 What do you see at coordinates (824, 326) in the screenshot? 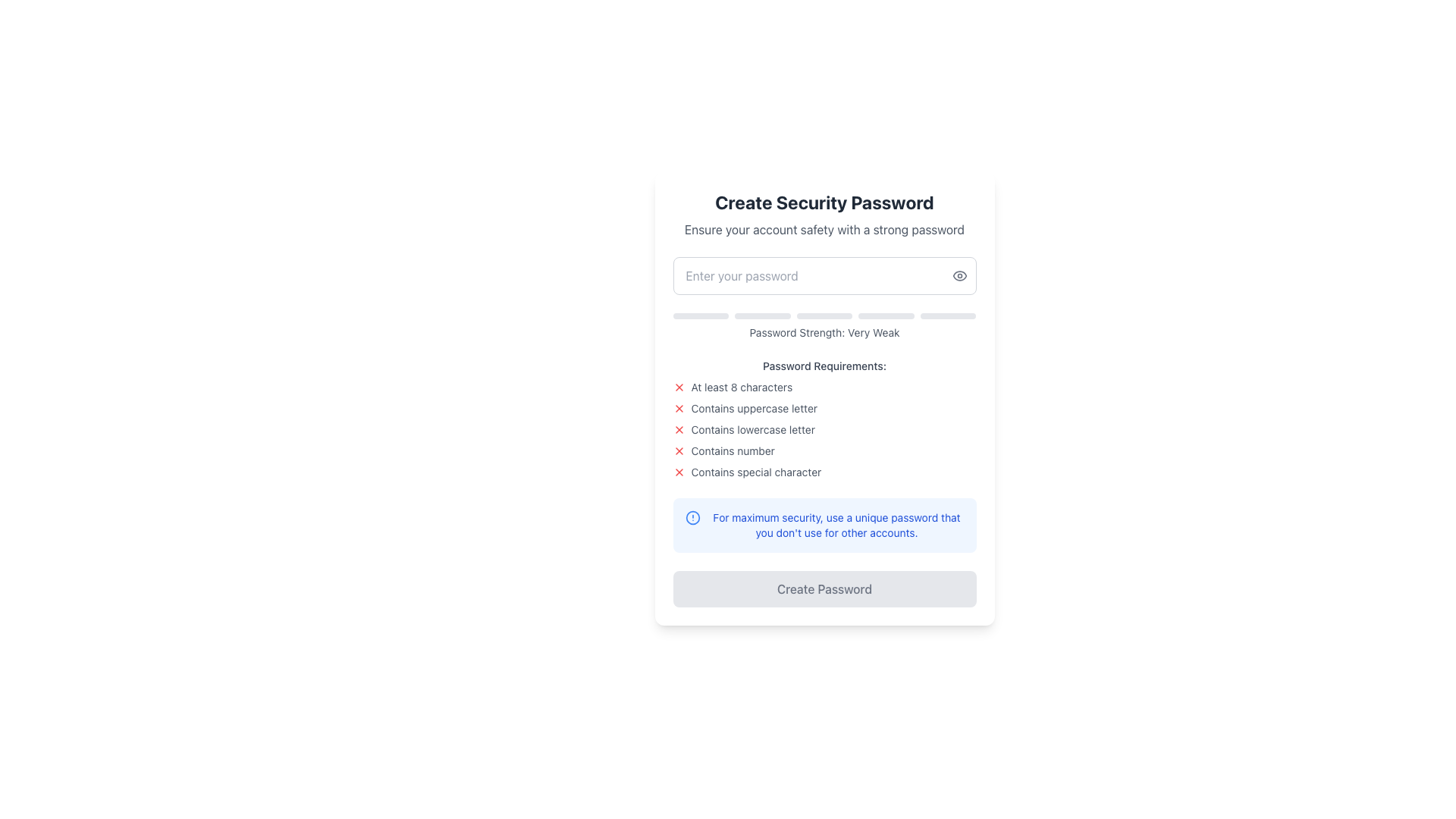
I see `the password strength indicator text label, which is centrally aligned below the password input field and above the password requirements description` at bounding box center [824, 326].